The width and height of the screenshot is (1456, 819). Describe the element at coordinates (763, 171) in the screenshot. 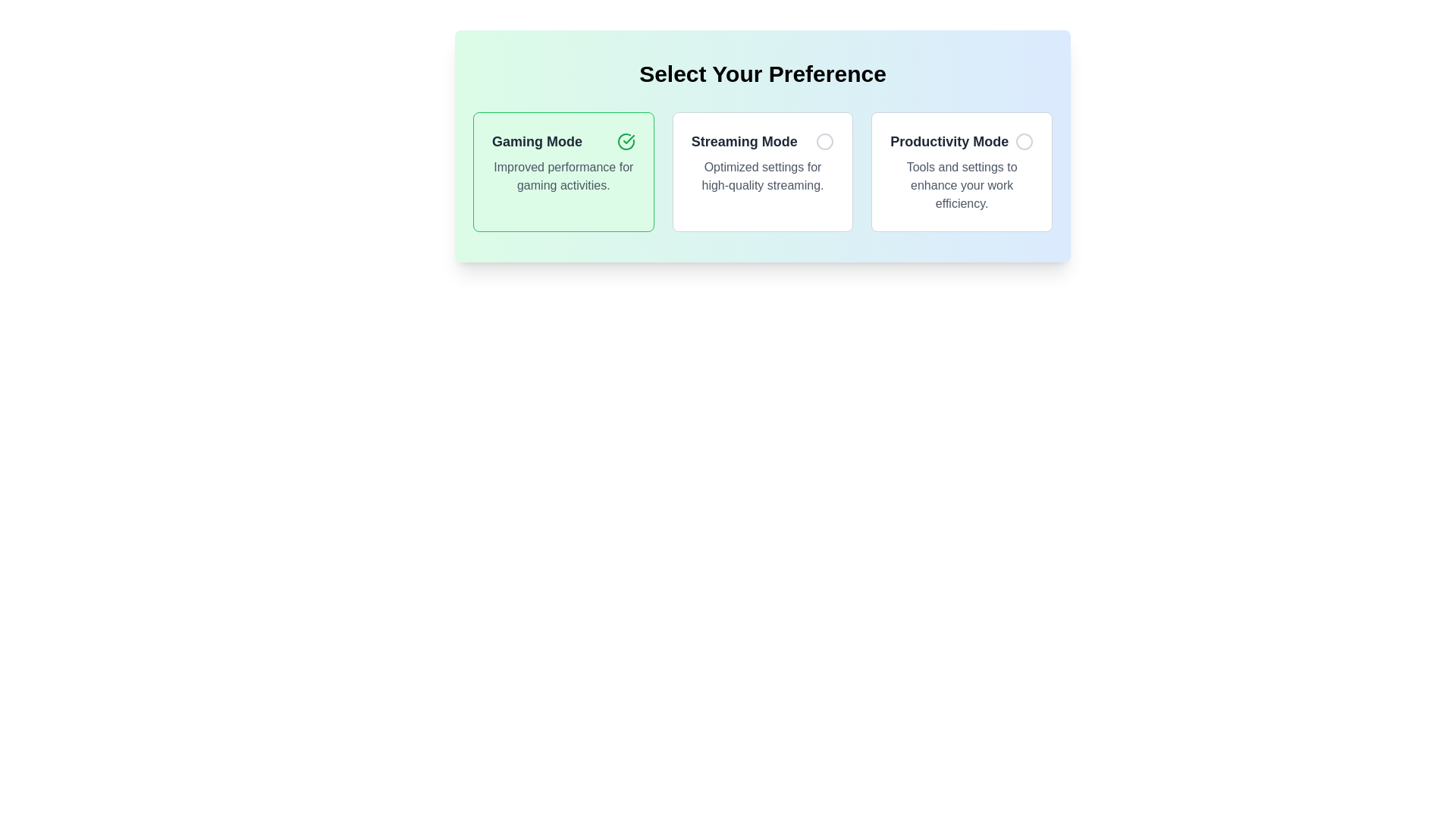

I see `the second selectable card in the 'Select Your Preference' grid` at that location.